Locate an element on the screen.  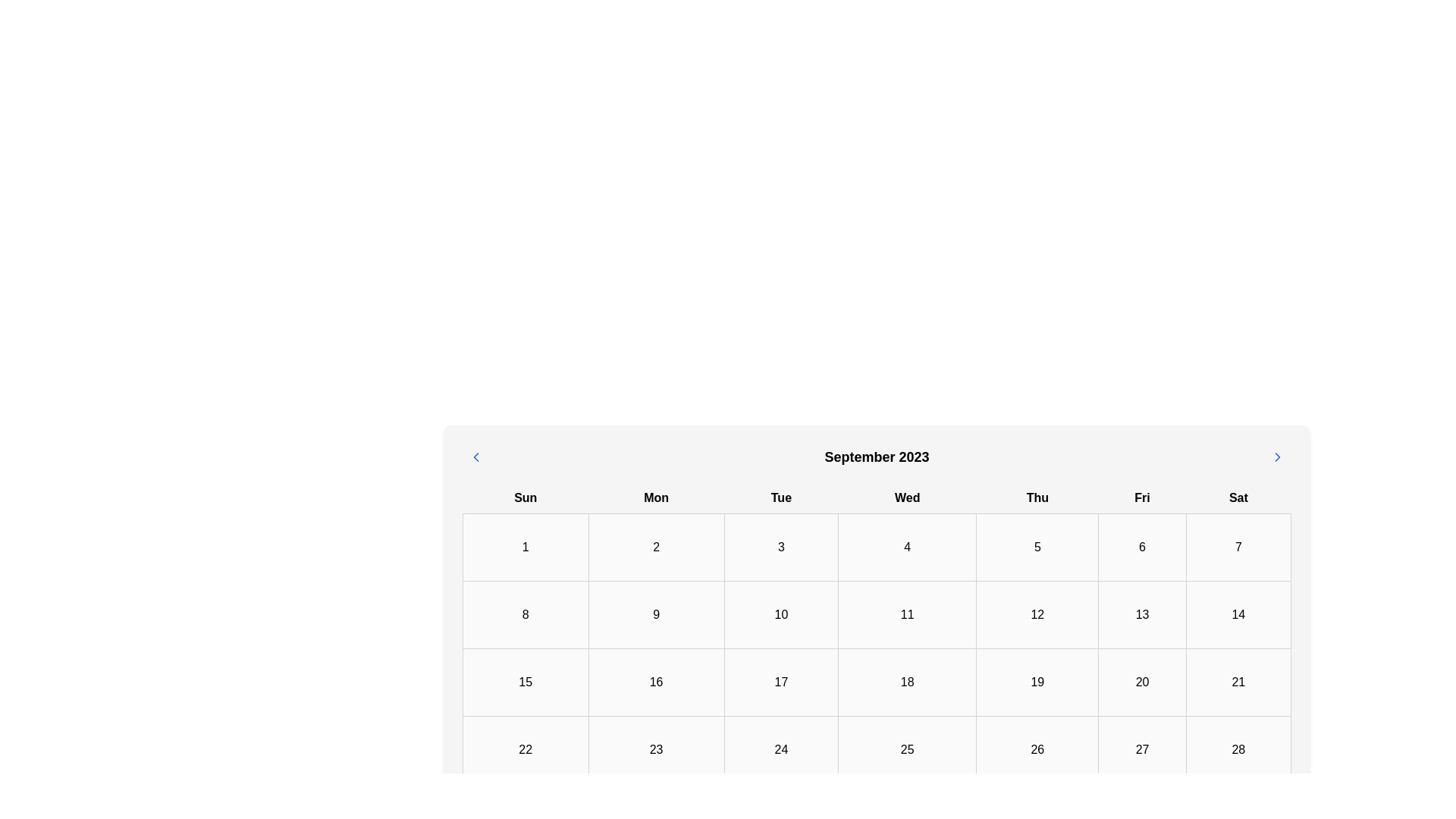
the small right-pointing blue arrow icon located on the far-right side of the calendar header is located at coordinates (1276, 456).